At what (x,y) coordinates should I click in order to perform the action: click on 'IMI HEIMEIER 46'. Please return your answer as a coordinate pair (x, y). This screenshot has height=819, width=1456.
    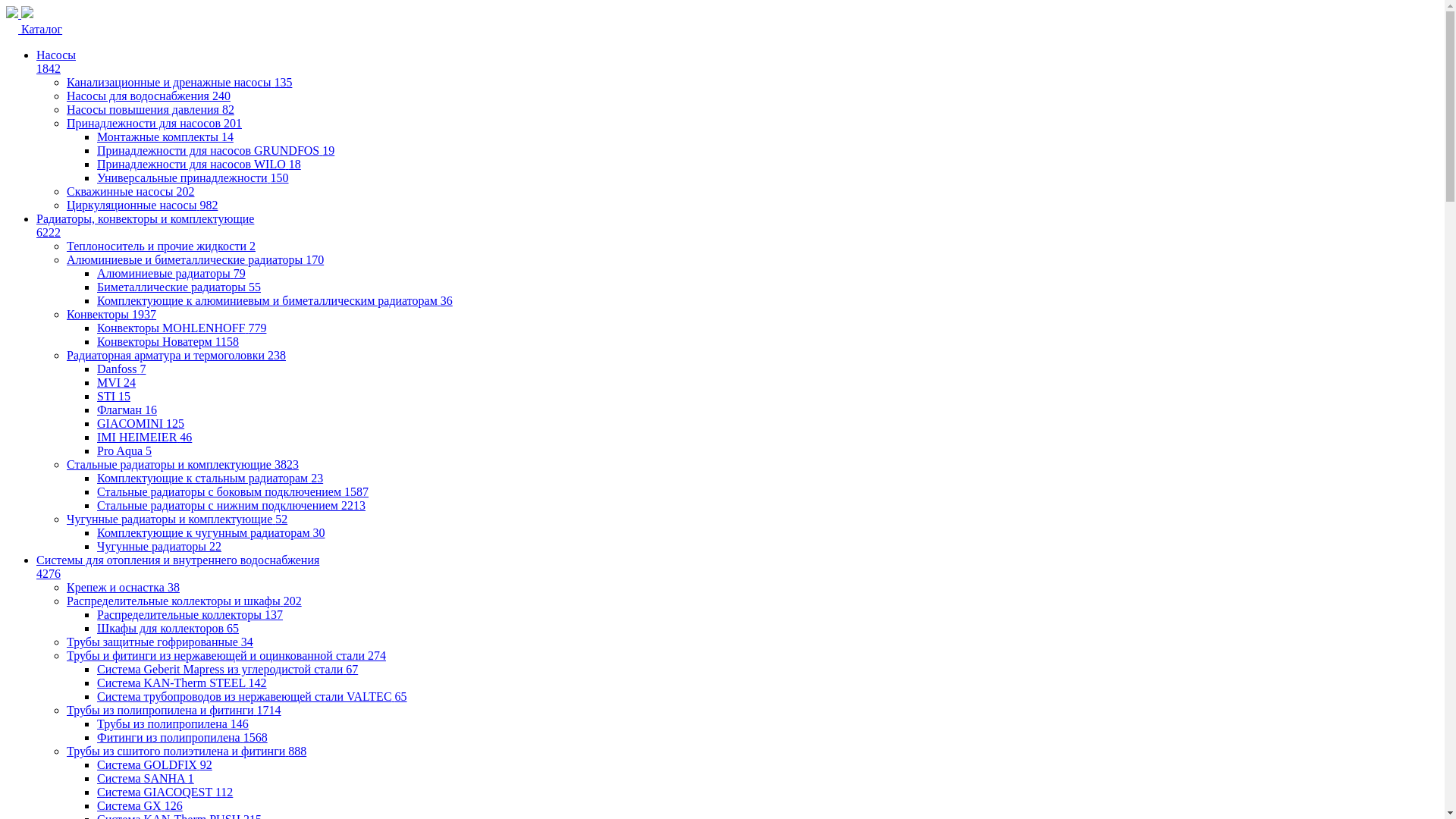
    Looking at the image, I should click on (144, 437).